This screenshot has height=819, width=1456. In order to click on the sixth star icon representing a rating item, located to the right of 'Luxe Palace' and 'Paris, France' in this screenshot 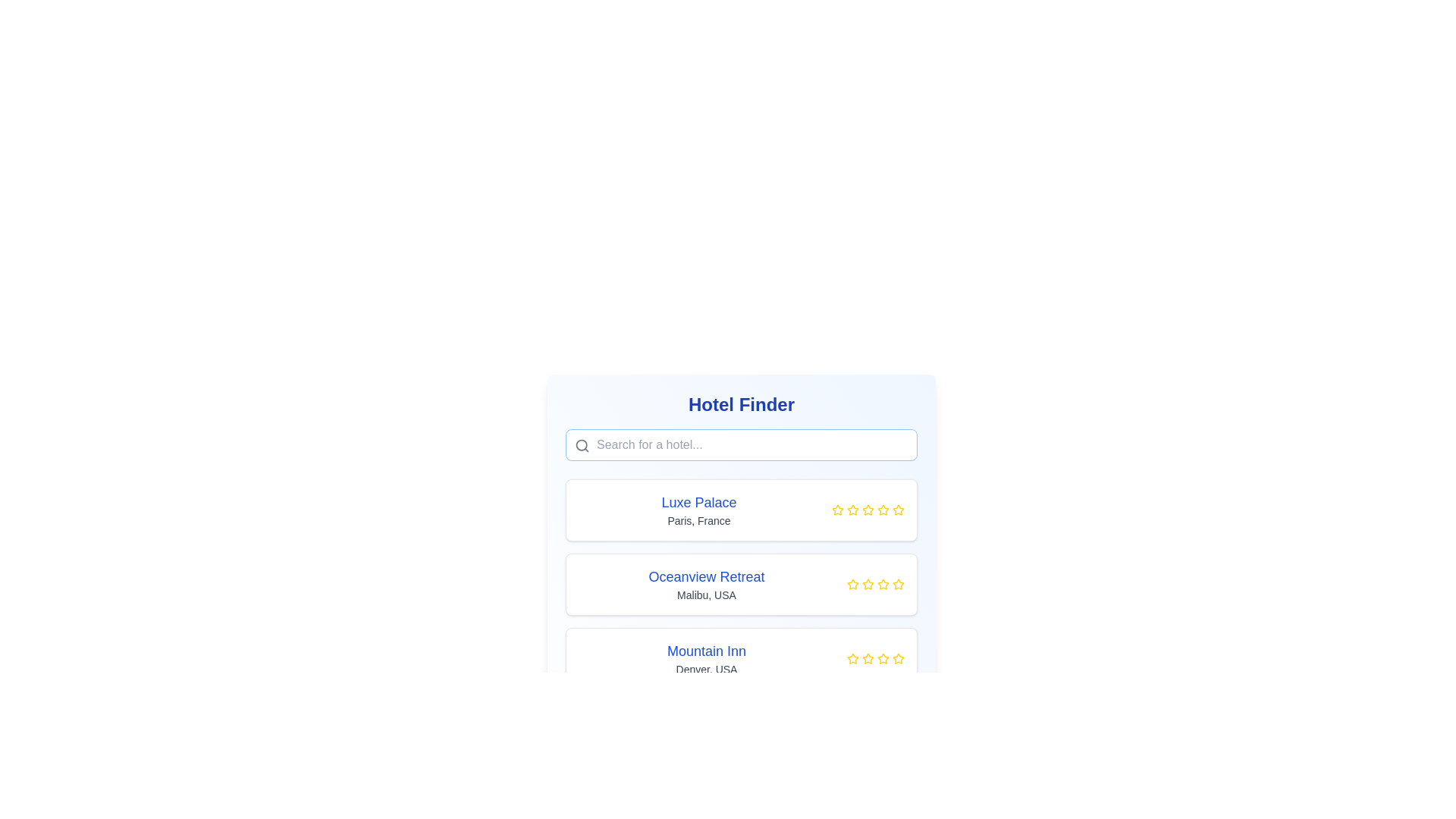, I will do `click(883, 510)`.